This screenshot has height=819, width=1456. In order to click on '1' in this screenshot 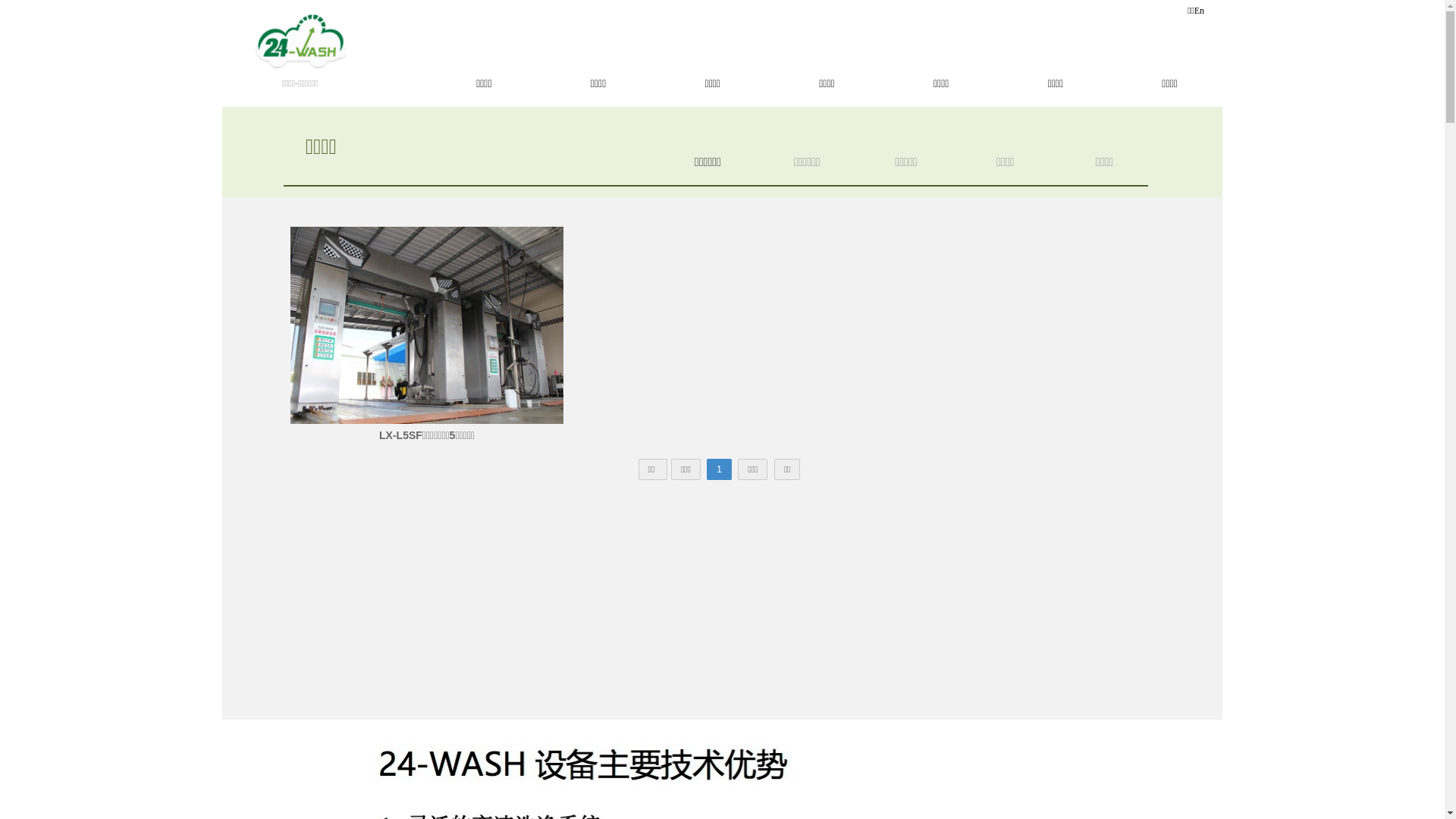, I will do `click(718, 468)`.